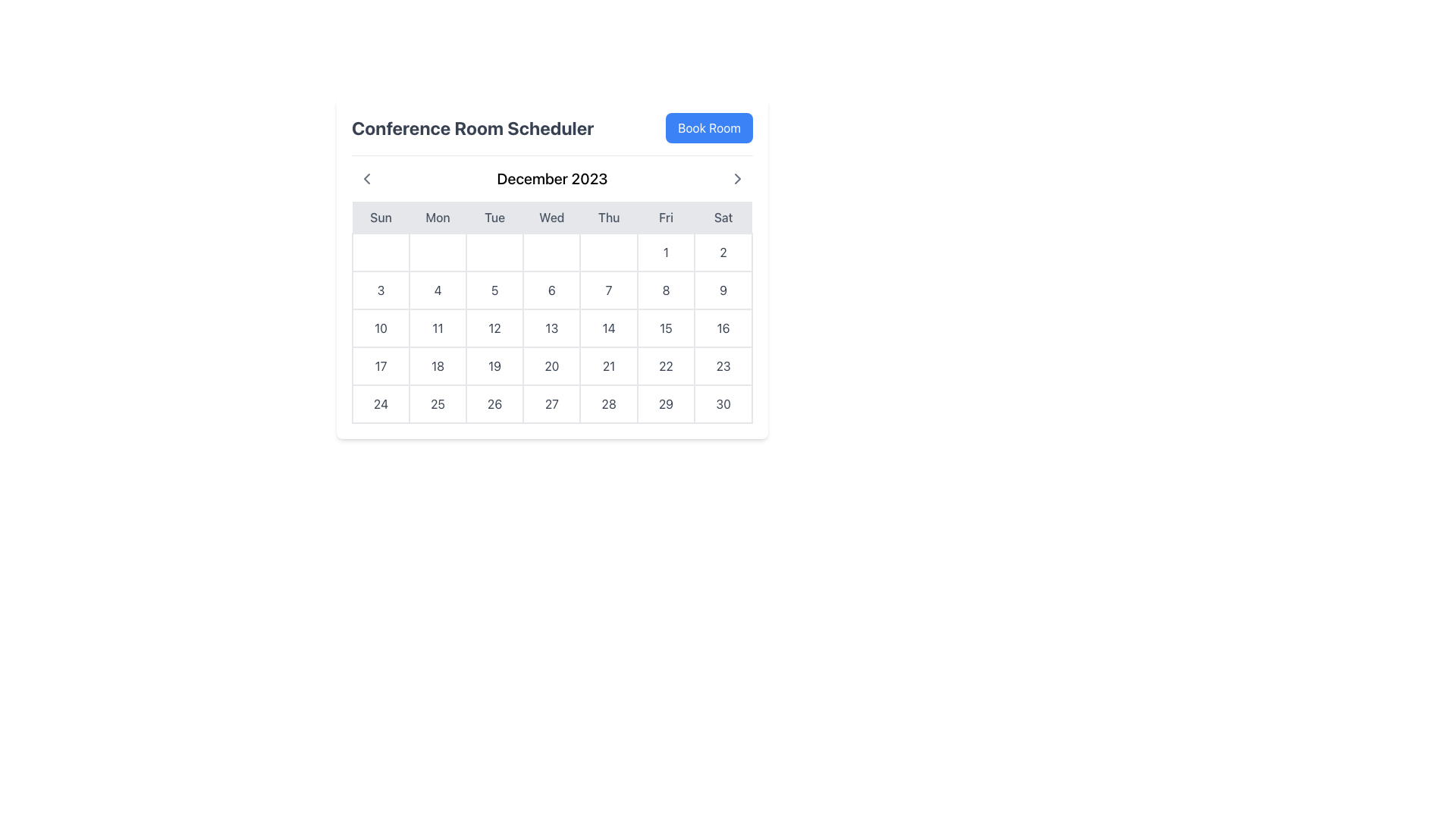 The width and height of the screenshot is (1456, 819). I want to click on the right-facing chevron button located in the calendar header section to advance from December 2023 to the next month, so click(738, 177).